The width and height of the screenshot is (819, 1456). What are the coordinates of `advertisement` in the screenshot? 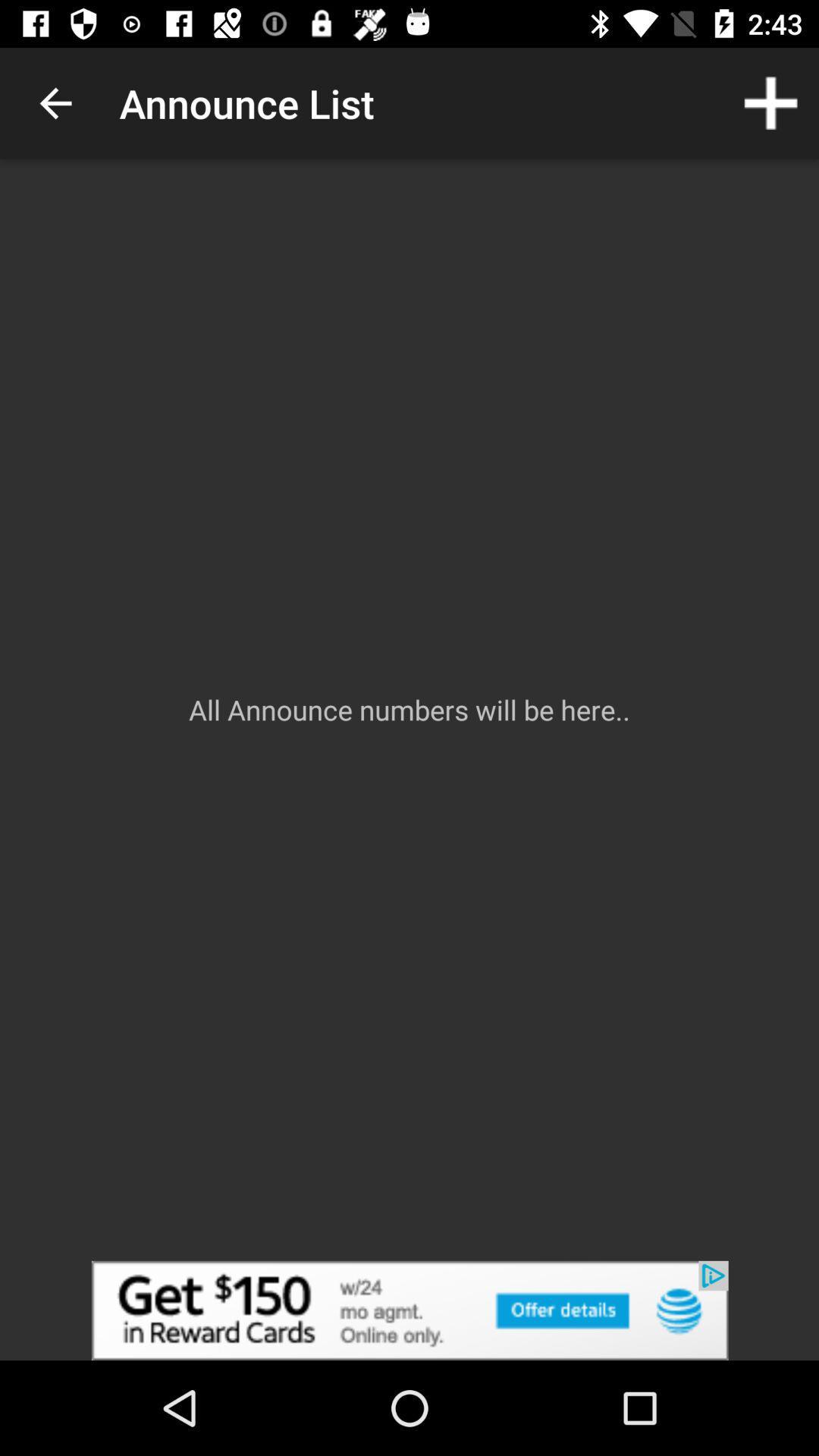 It's located at (409, 1310).